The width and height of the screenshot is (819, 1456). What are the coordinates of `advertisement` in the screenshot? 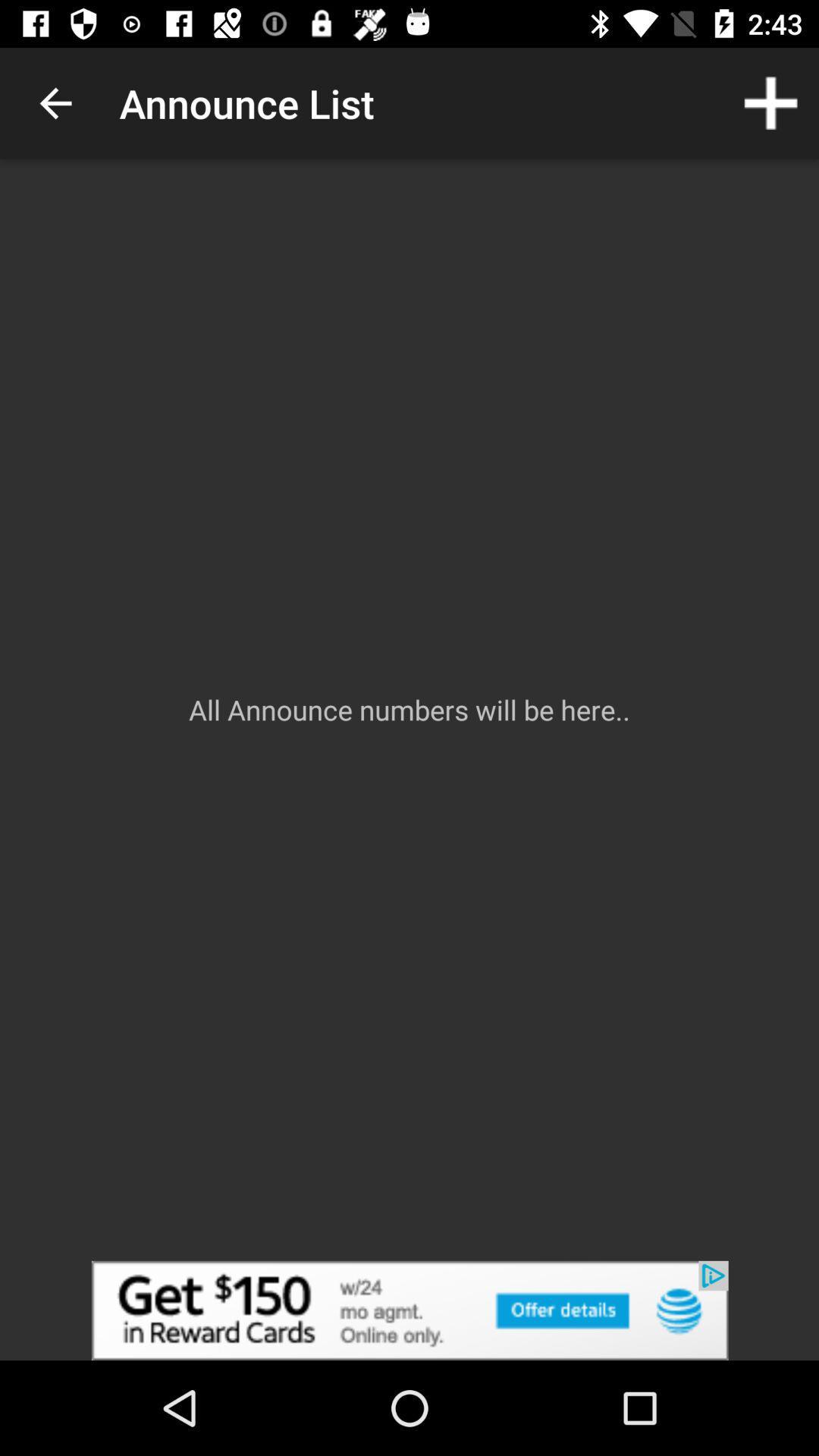 It's located at (409, 1310).